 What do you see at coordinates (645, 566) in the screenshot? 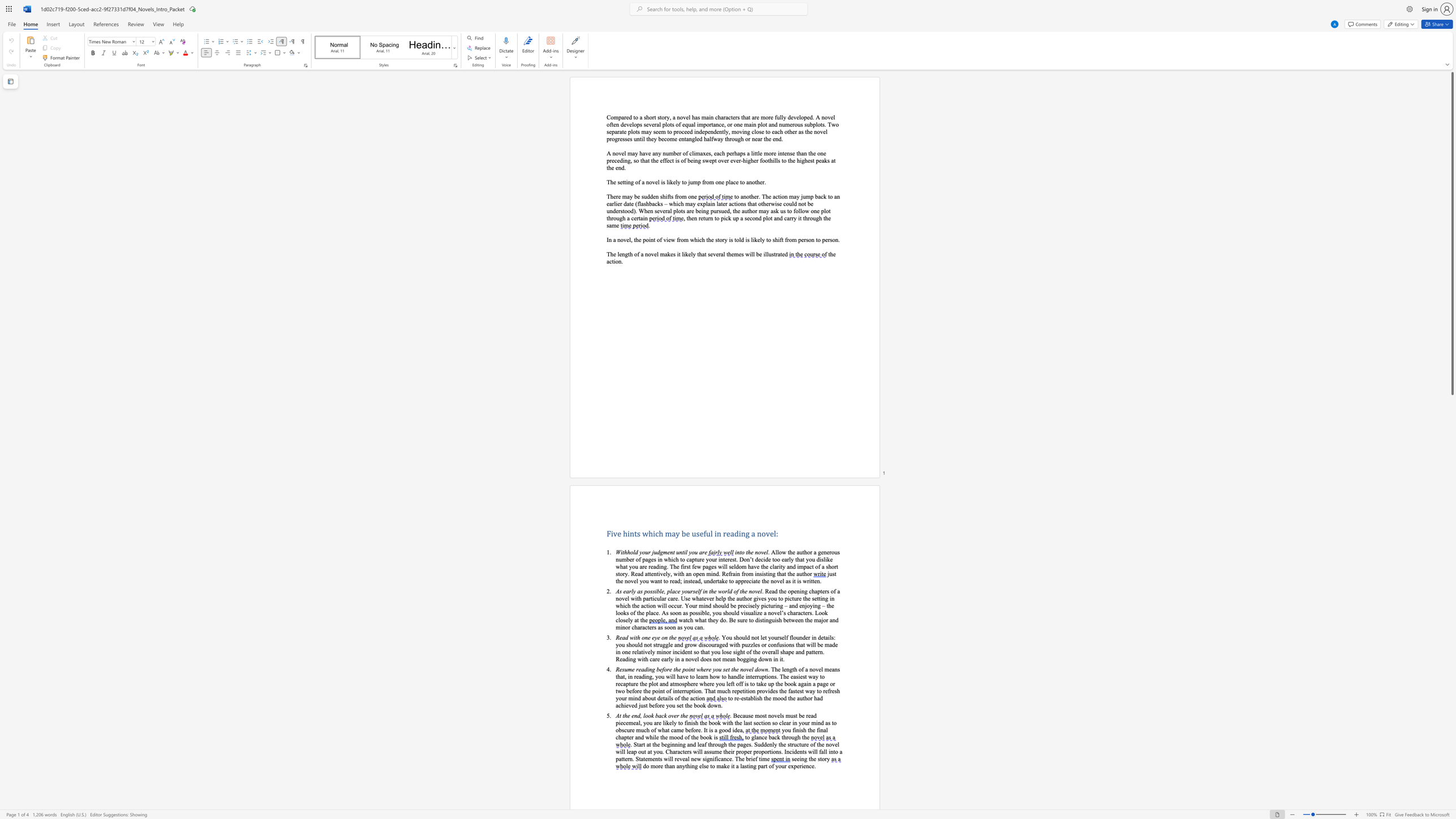
I see `the 5th character "e" in the text` at bounding box center [645, 566].